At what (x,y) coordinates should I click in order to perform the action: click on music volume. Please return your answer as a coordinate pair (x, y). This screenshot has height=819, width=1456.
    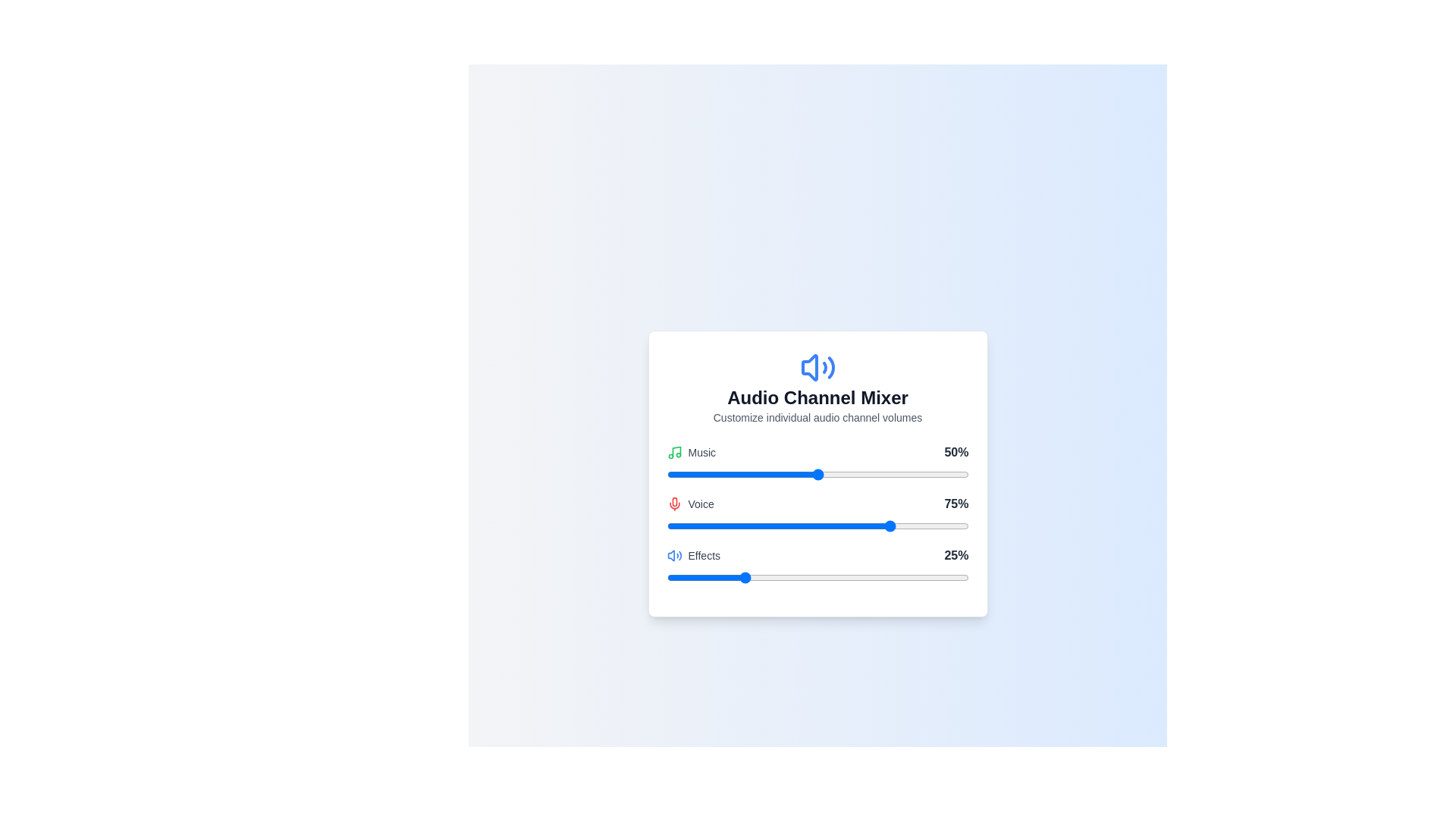
    Looking at the image, I should click on (823, 473).